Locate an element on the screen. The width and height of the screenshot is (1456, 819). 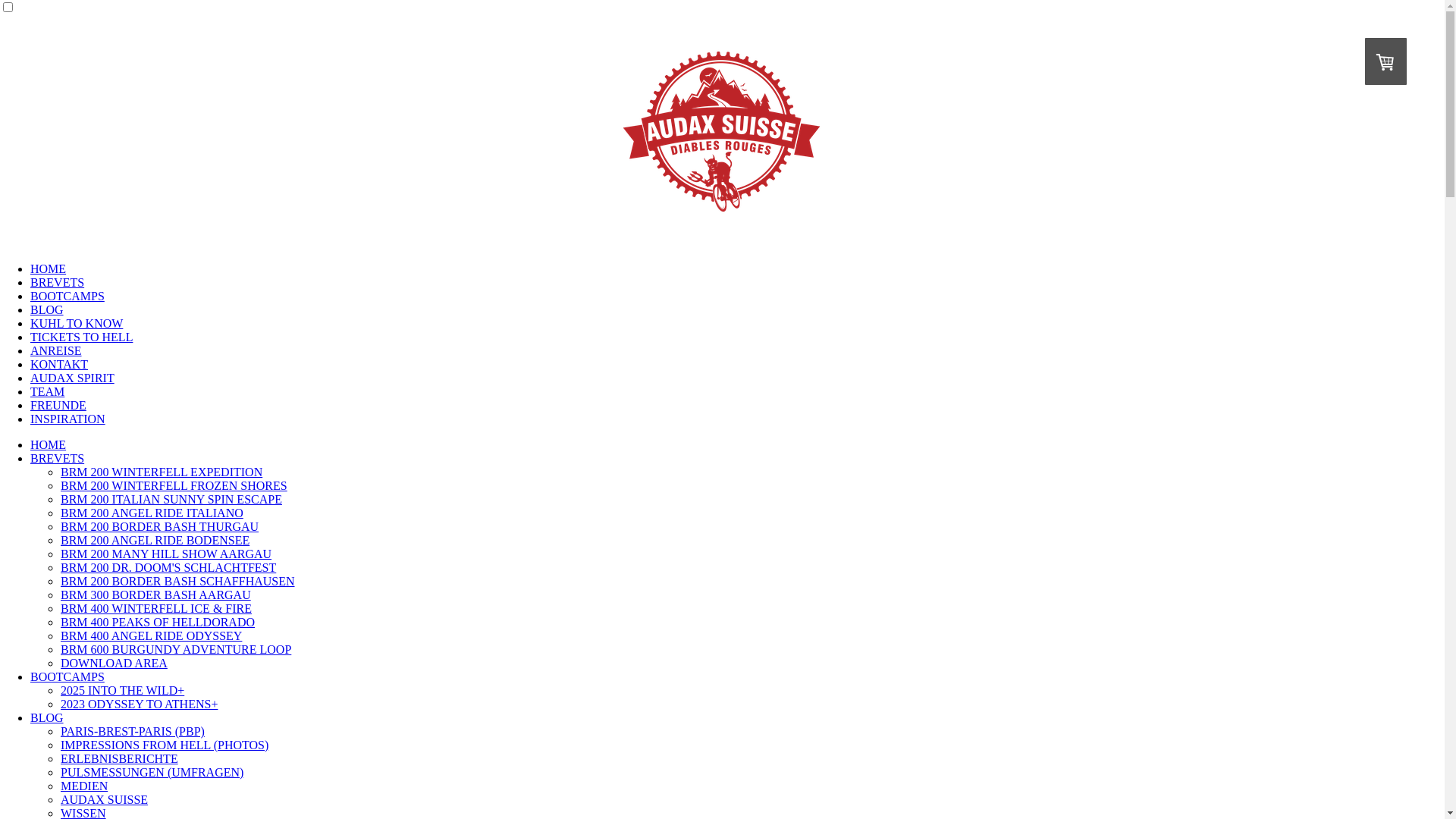
'BRM 200 ANGEL RIDE BODENSEE' is located at coordinates (155, 539).